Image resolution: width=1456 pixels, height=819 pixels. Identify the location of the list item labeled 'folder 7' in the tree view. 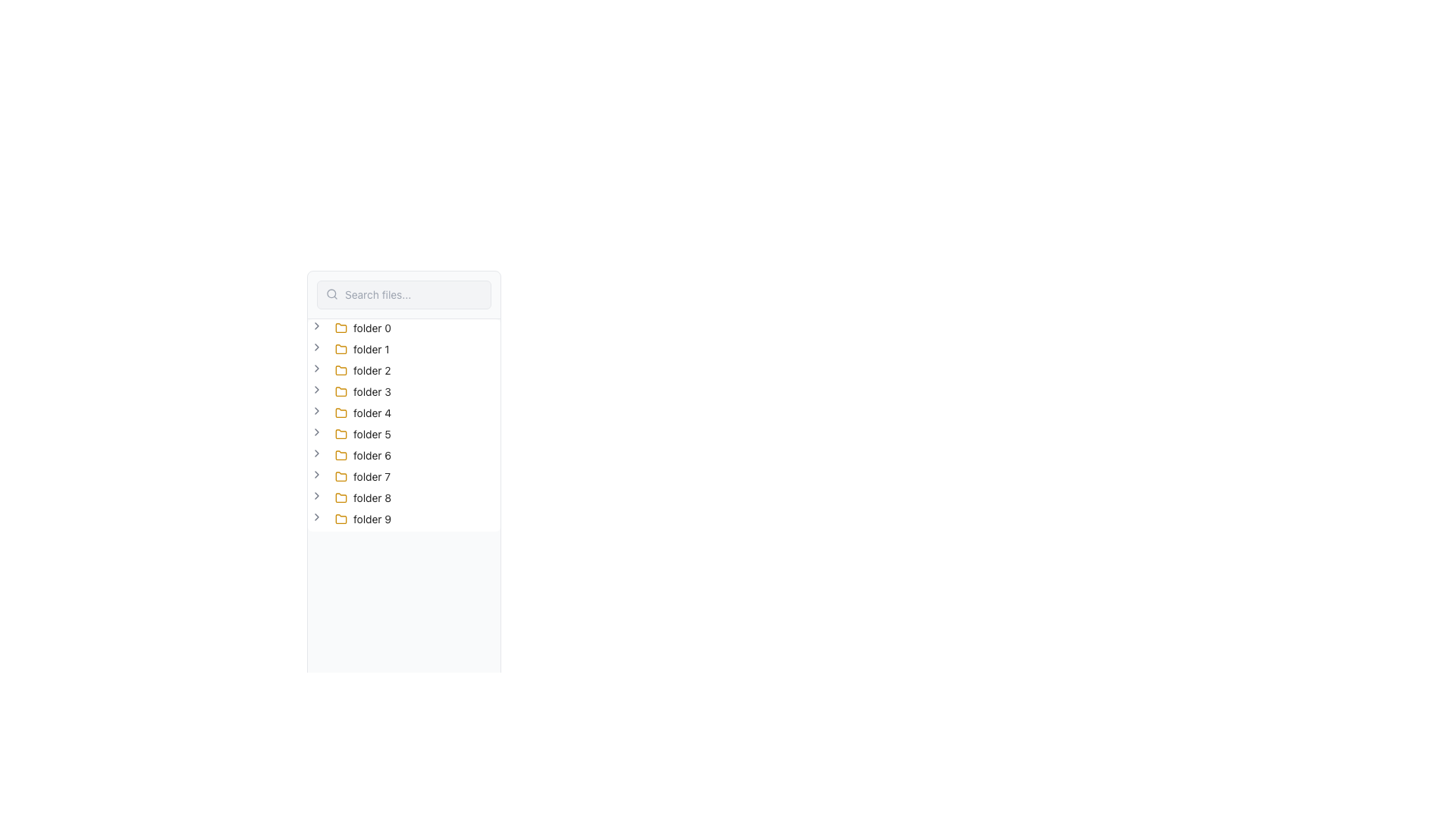
(362, 475).